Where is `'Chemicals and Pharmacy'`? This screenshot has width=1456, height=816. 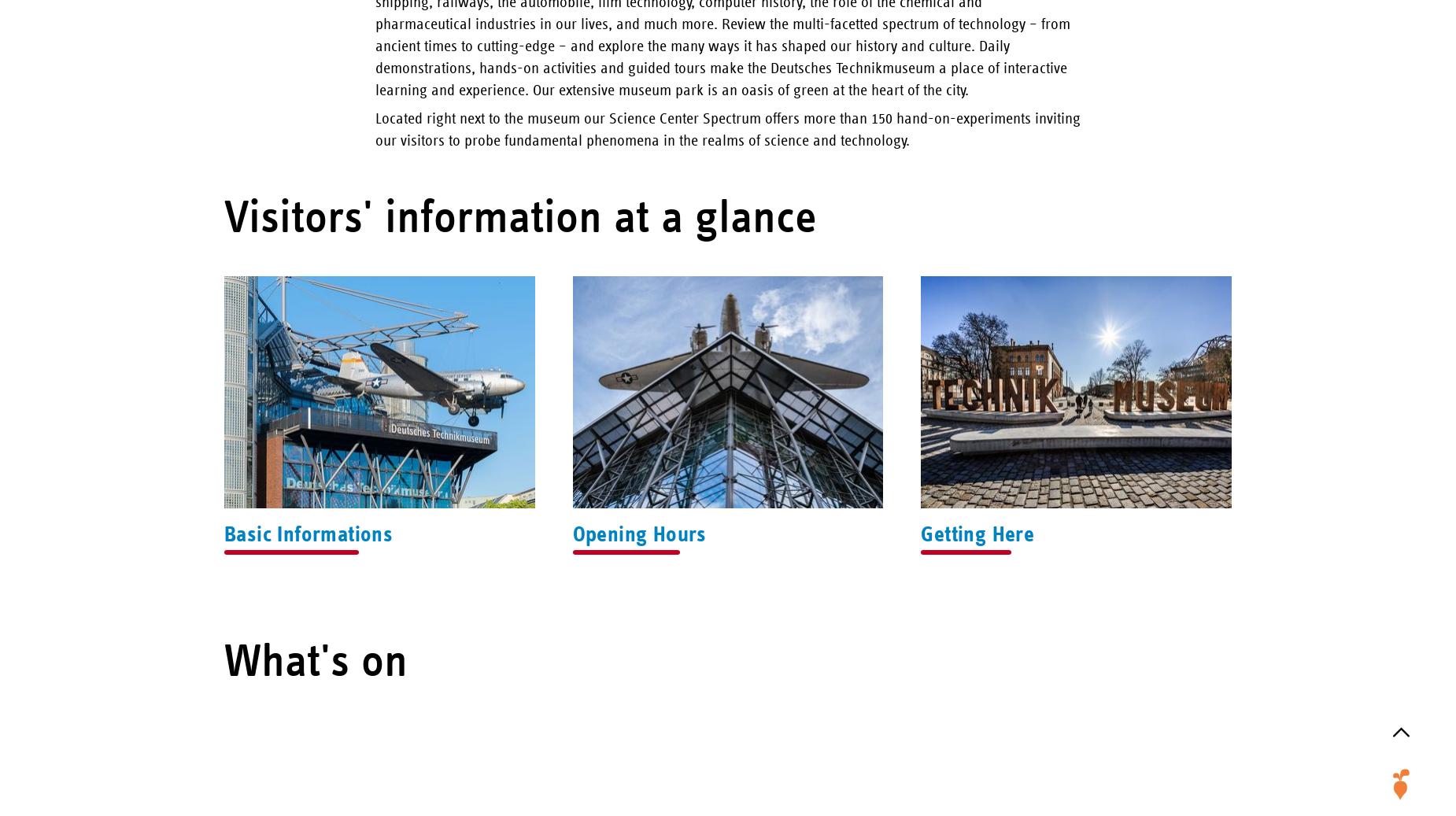
'Chemicals and Pharmacy' is located at coordinates (1347, 169).